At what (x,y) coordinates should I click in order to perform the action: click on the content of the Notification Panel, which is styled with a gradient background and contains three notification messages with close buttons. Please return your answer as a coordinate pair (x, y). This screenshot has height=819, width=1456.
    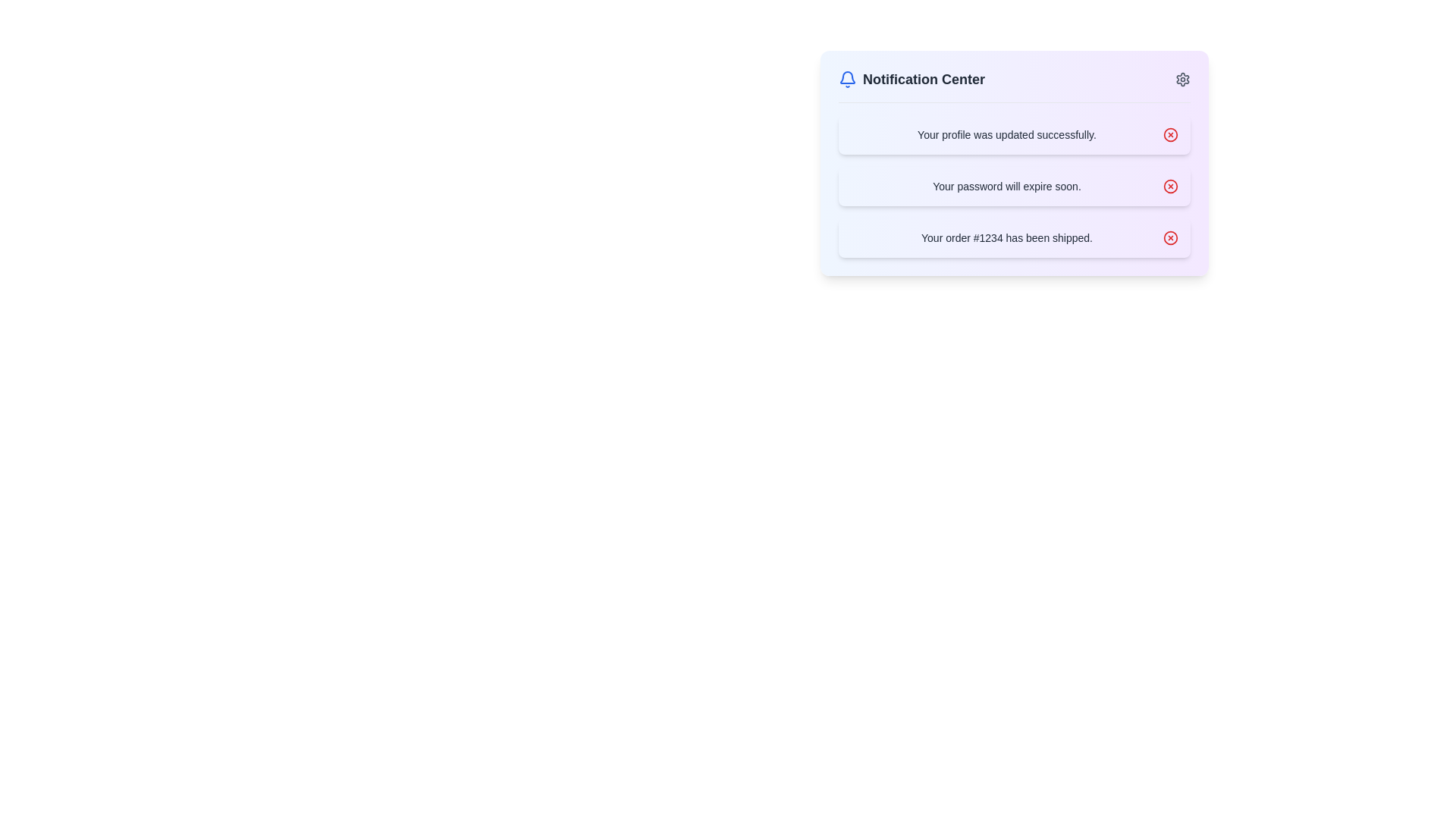
    Looking at the image, I should click on (1015, 163).